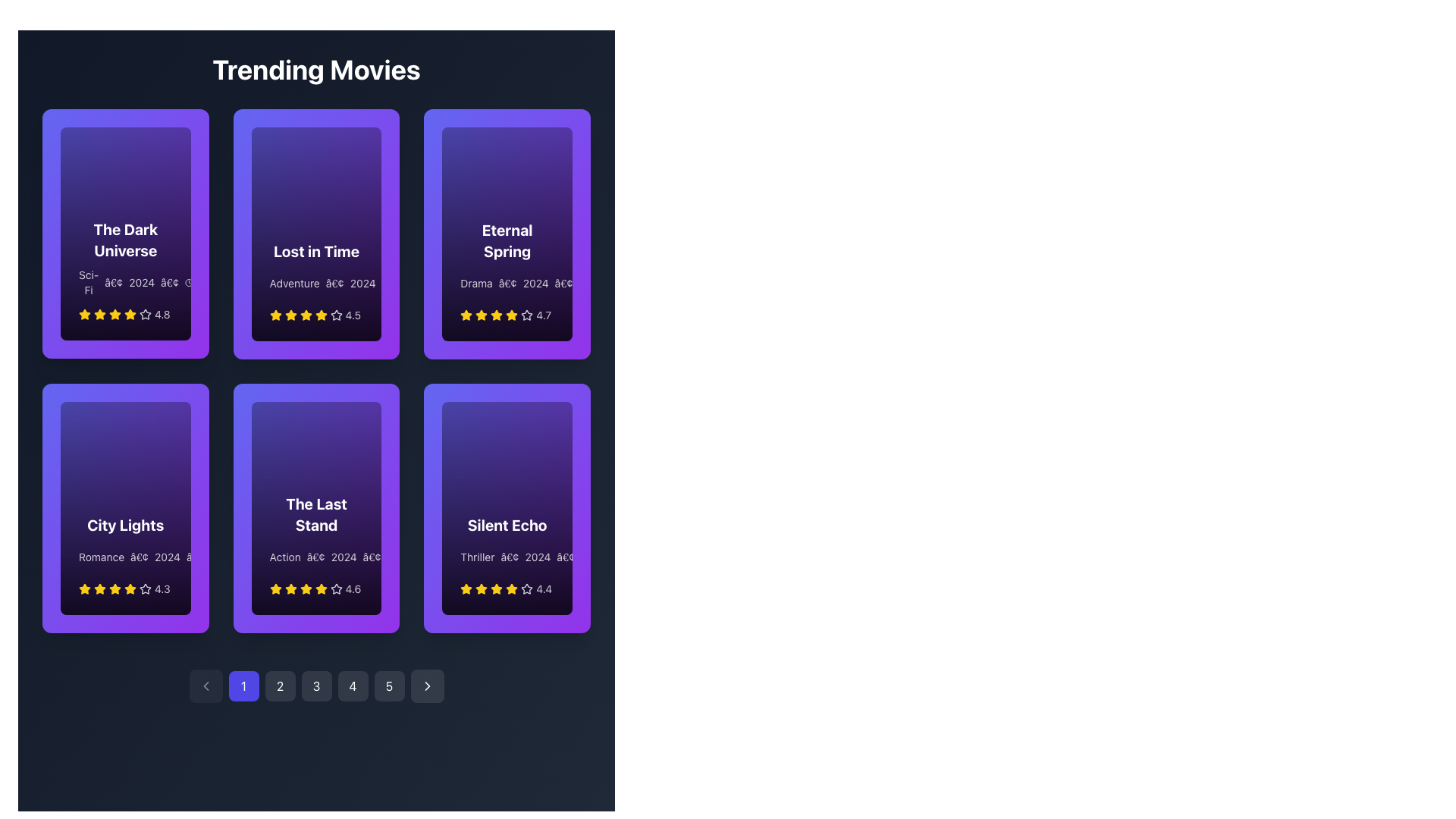 This screenshot has width=1456, height=819. I want to click on the vibrant indigo circular button with a play icon in the top-right corner of the 'Eternal Spring' card in the 'Trending Movies' section, so click(563, 140).